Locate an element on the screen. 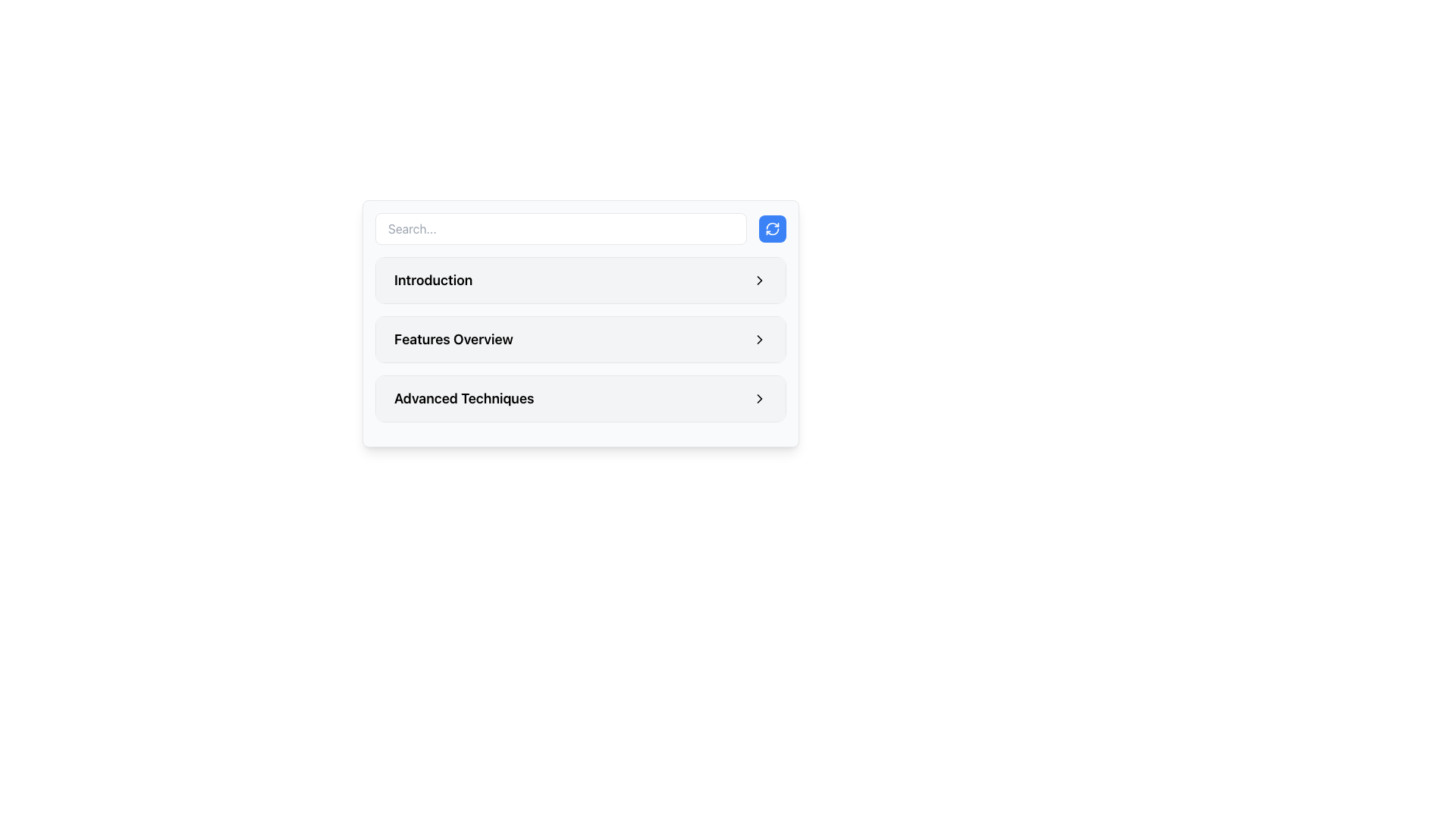 This screenshot has height=819, width=1456. the first button below the search bar is located at coordinates (580, 281).